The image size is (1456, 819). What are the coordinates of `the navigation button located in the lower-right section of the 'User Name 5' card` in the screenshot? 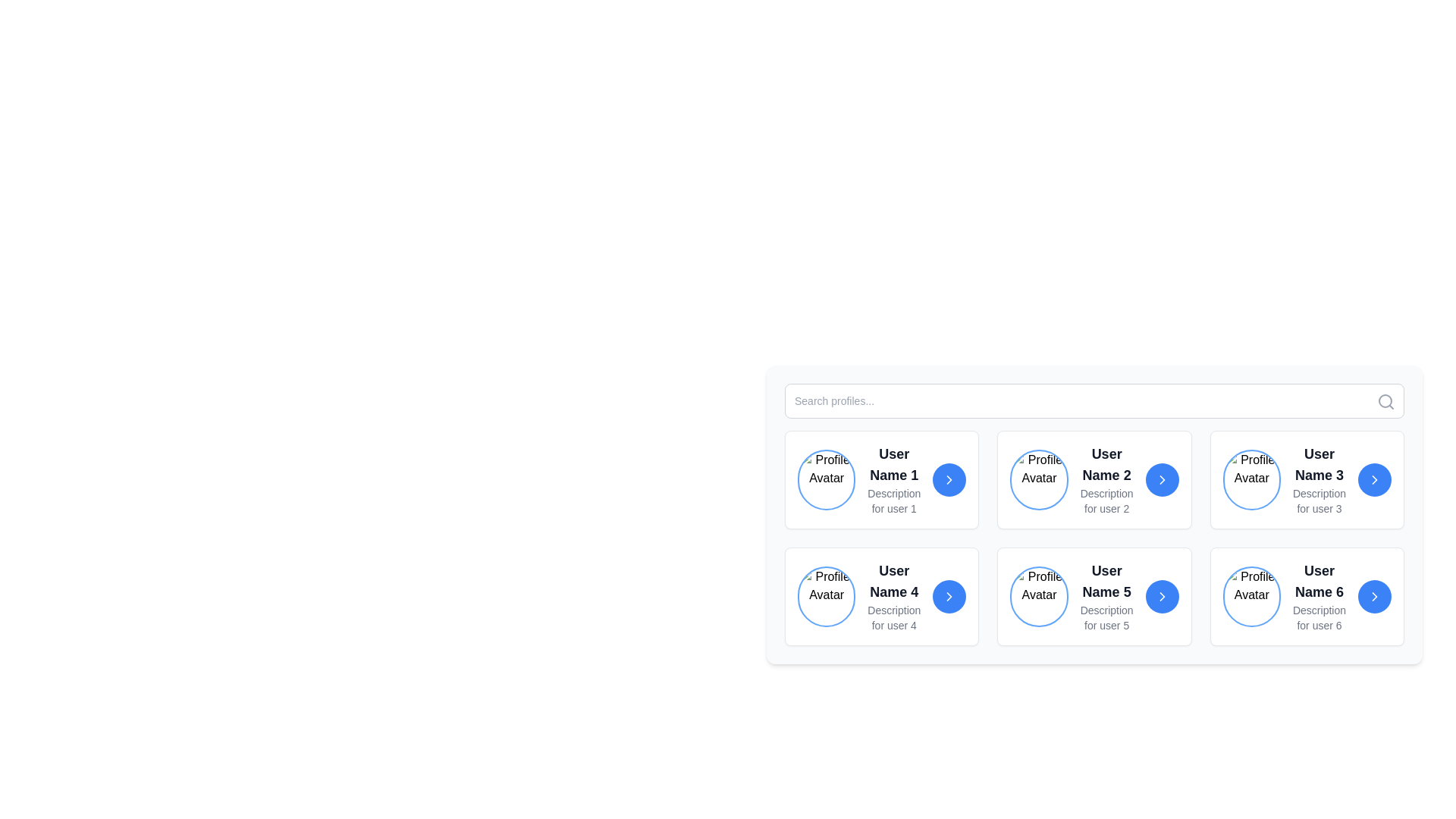 It's located at (1161, 595).